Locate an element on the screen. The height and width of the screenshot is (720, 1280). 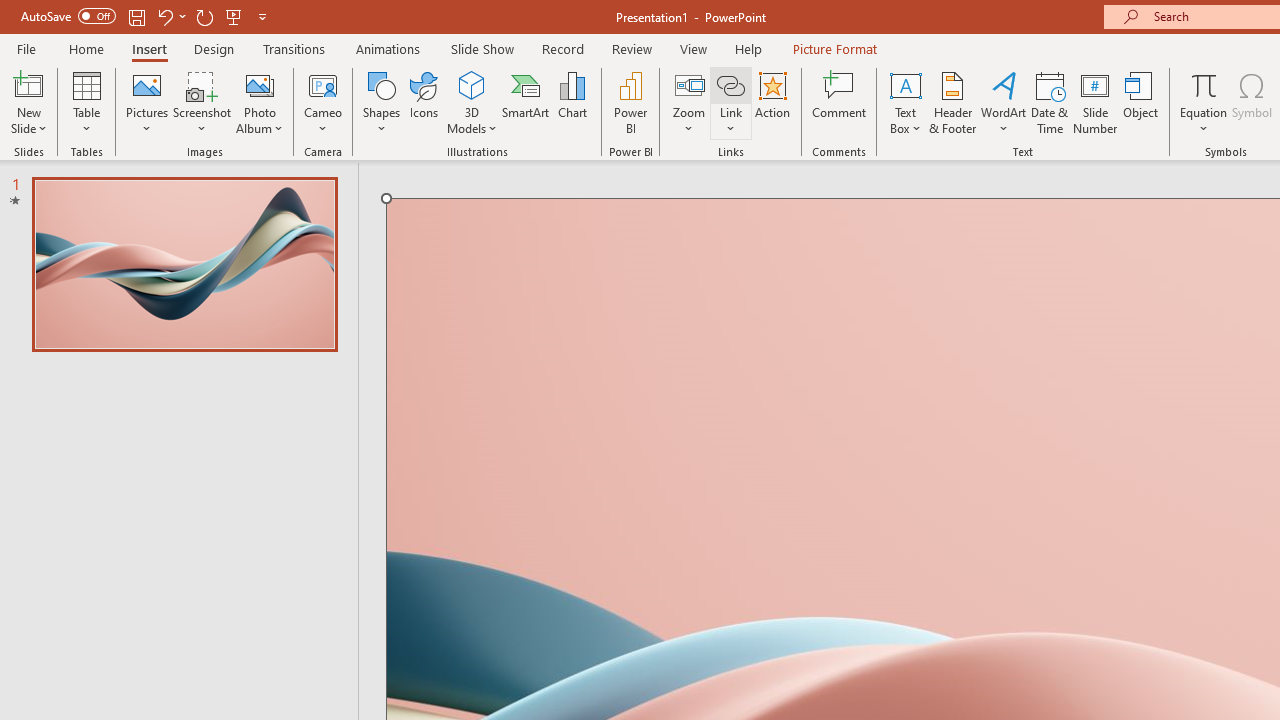
'Object...' is located at coordinates (1141, 103).